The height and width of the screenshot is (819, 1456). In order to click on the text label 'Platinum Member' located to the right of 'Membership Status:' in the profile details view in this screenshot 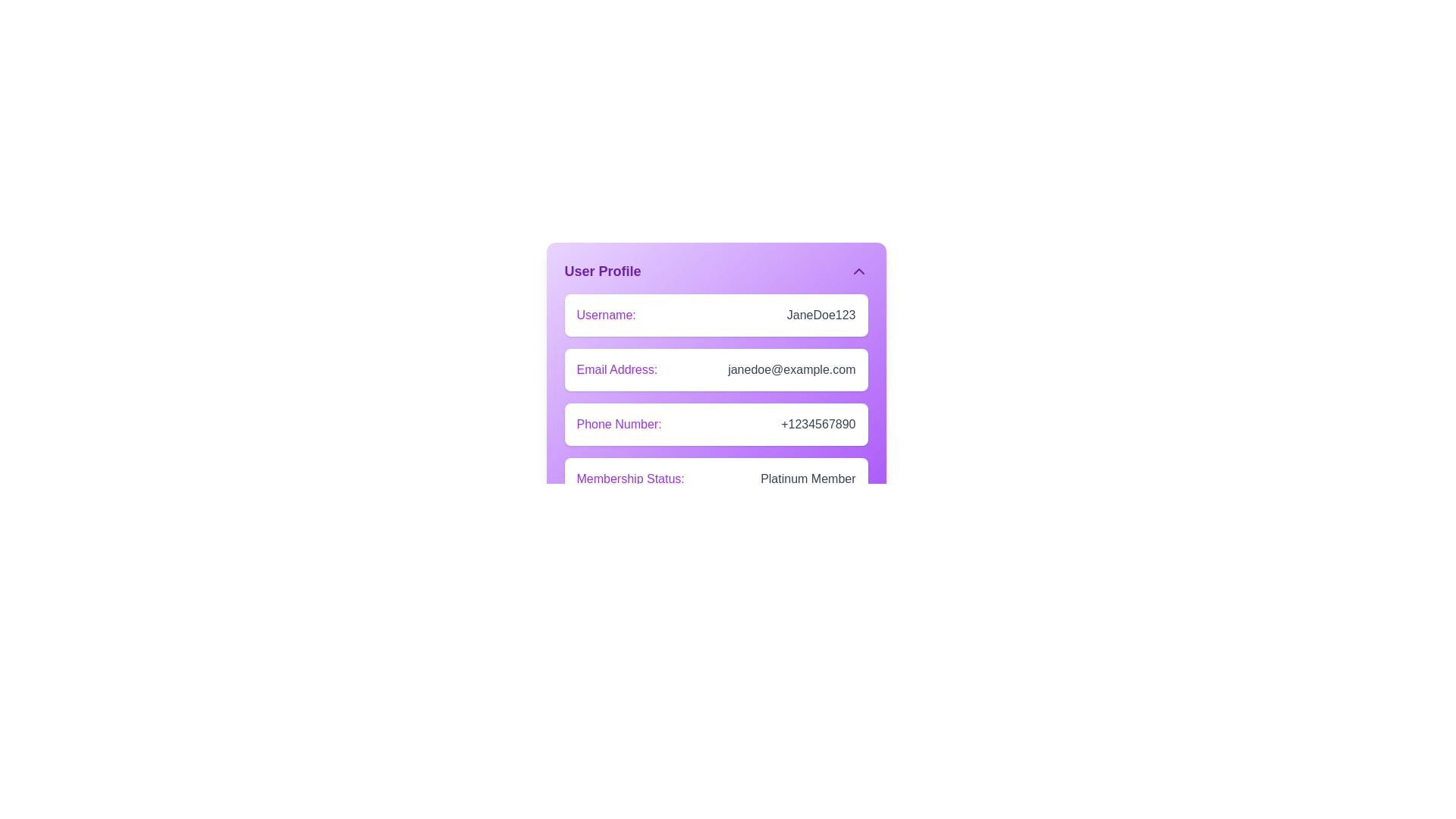, I will do `click(807, 479)`.